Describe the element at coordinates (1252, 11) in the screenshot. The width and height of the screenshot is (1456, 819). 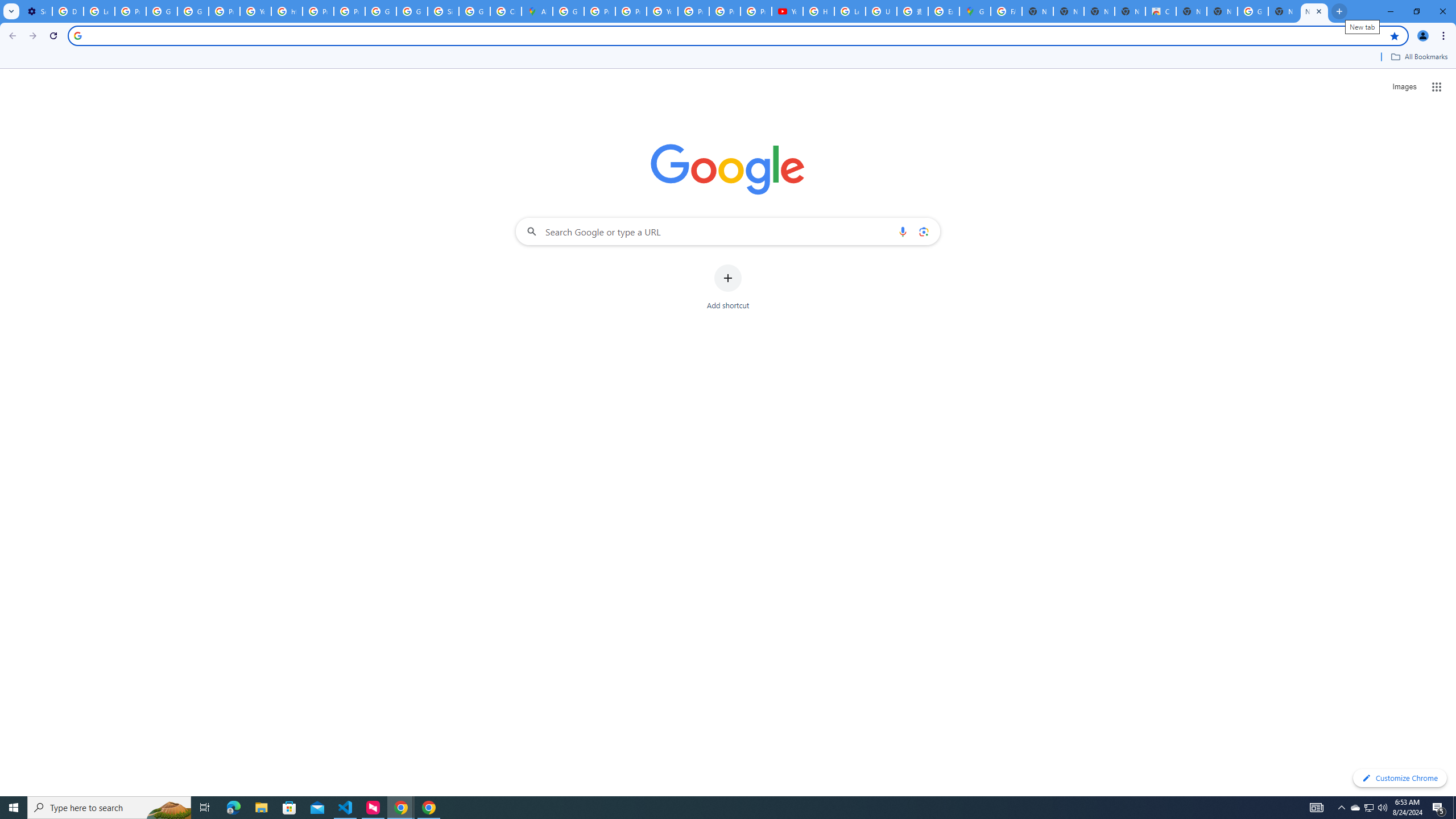
I see `'Google Images'` at that location.